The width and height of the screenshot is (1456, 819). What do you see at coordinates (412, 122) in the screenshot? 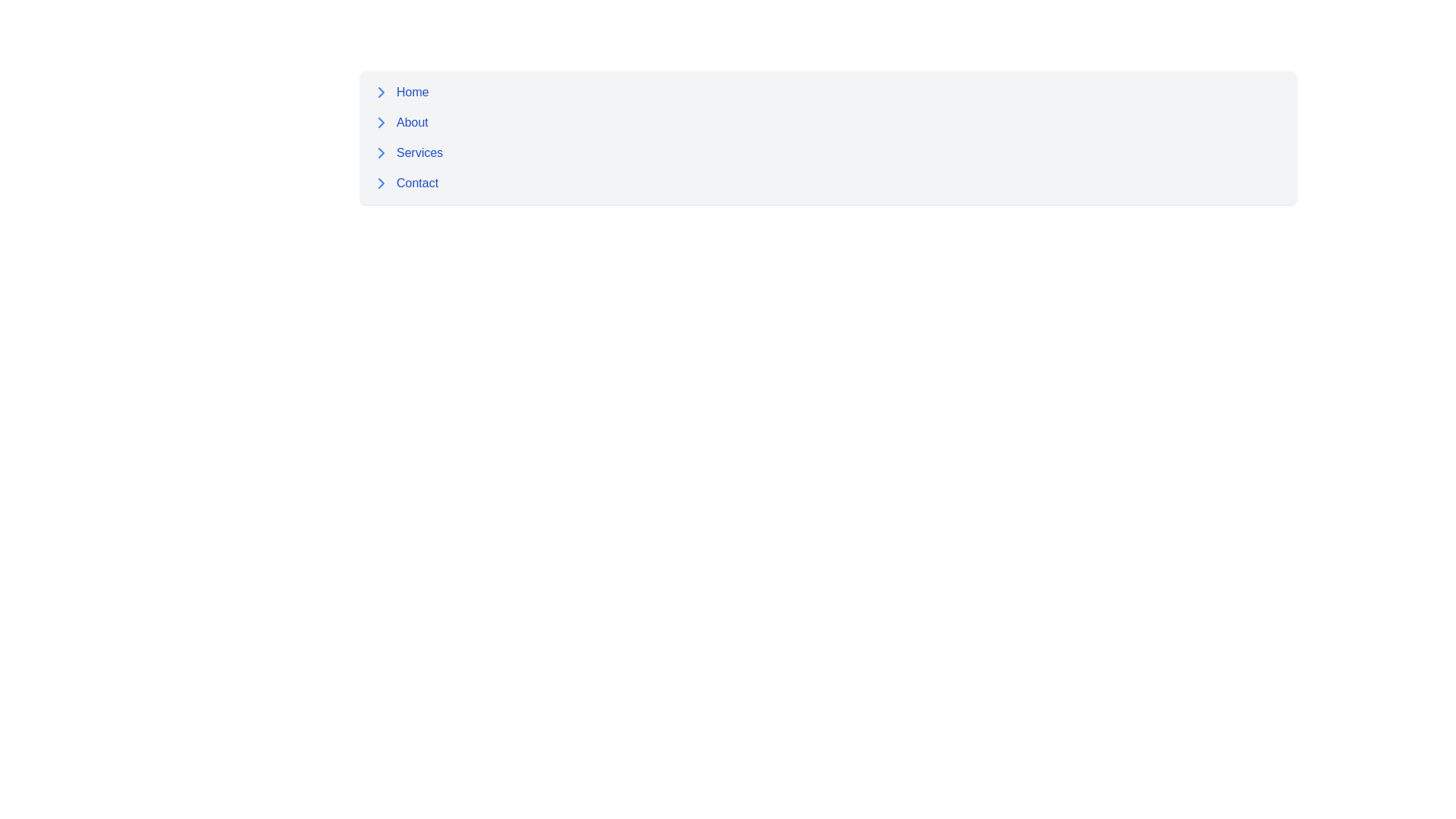
I see `the 'About' hyperlink, which is the second item in the vertical menu` at bounding box center [412, 122].